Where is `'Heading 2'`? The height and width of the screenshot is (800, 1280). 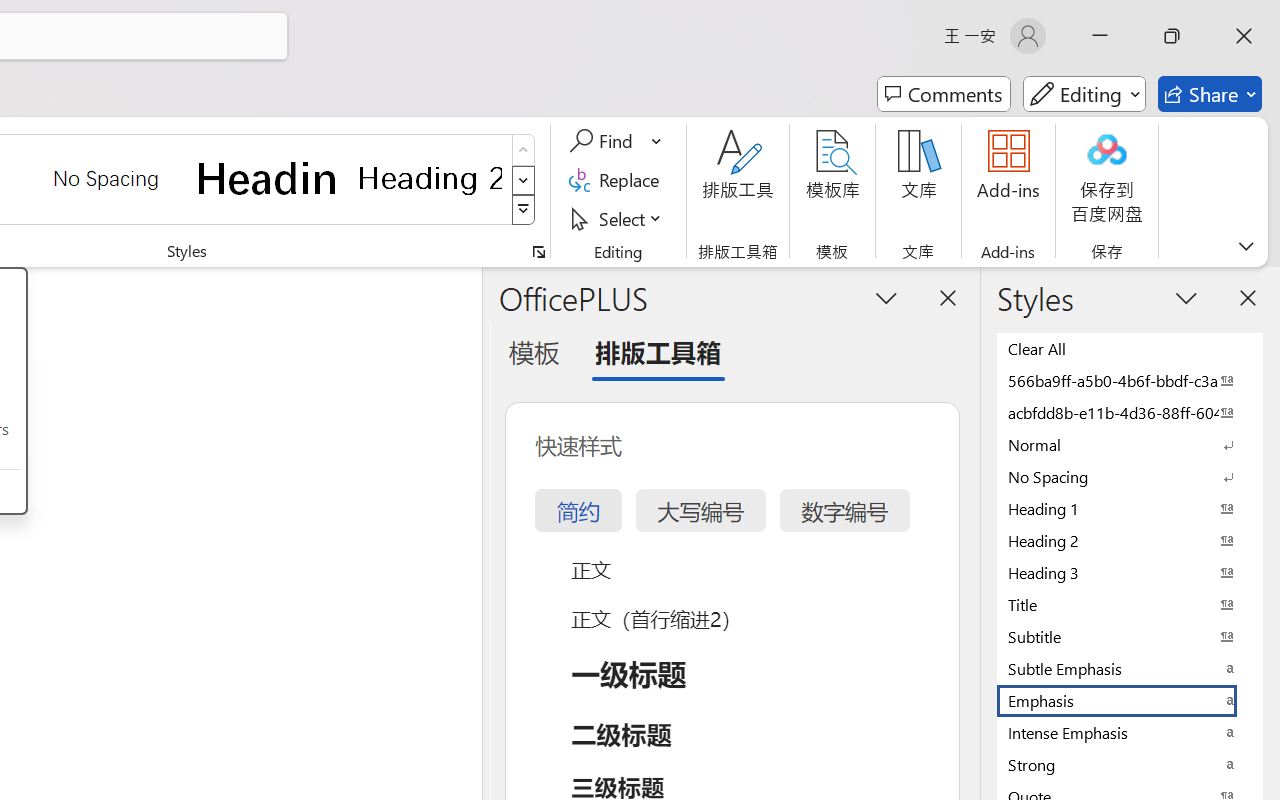 'Heading 2' is located at coordinates (429, 177).